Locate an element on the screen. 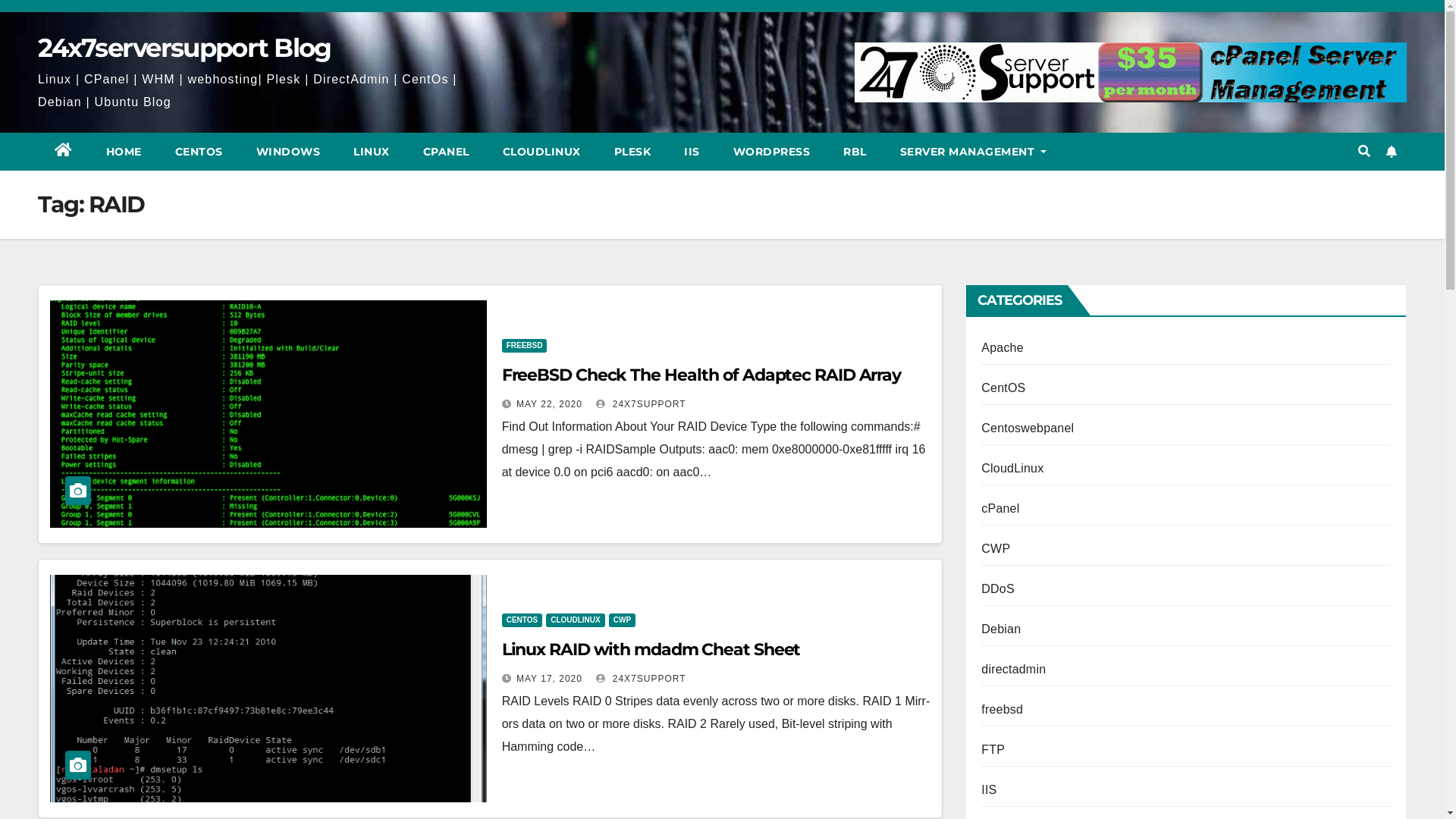 The width and height of the screenshot is (1456, 819). 'DDoS' is located at coordinates (997, 588).